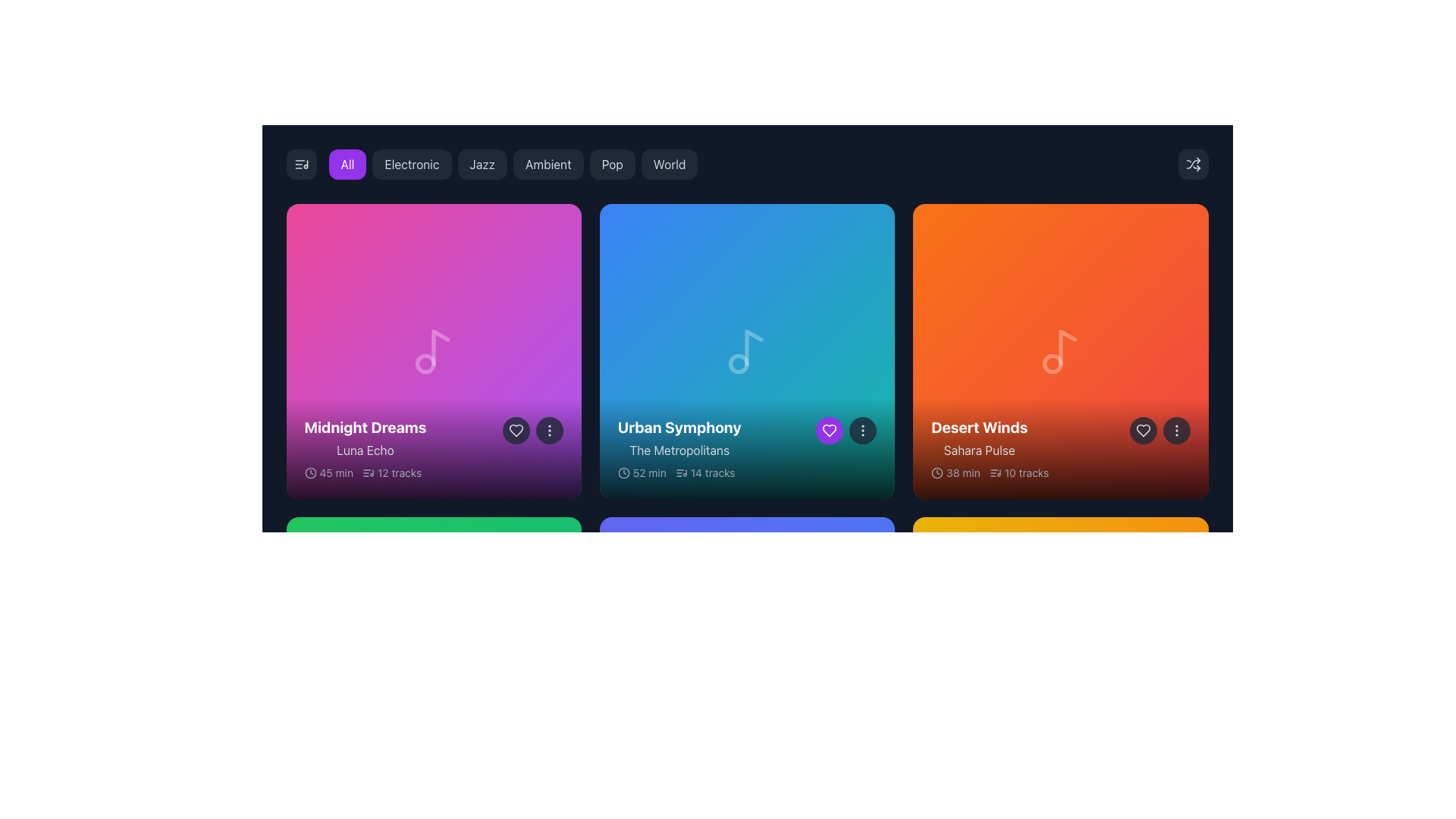 The width and height of the screenshot is (1456, 819). Describe the element at coordinates (739, 363) in the screenshot. I see `the small circular decorative graphic element within the music note icon of the 'Urban Symphony' album card, which is centrally located on the blue gradient background` at that location.